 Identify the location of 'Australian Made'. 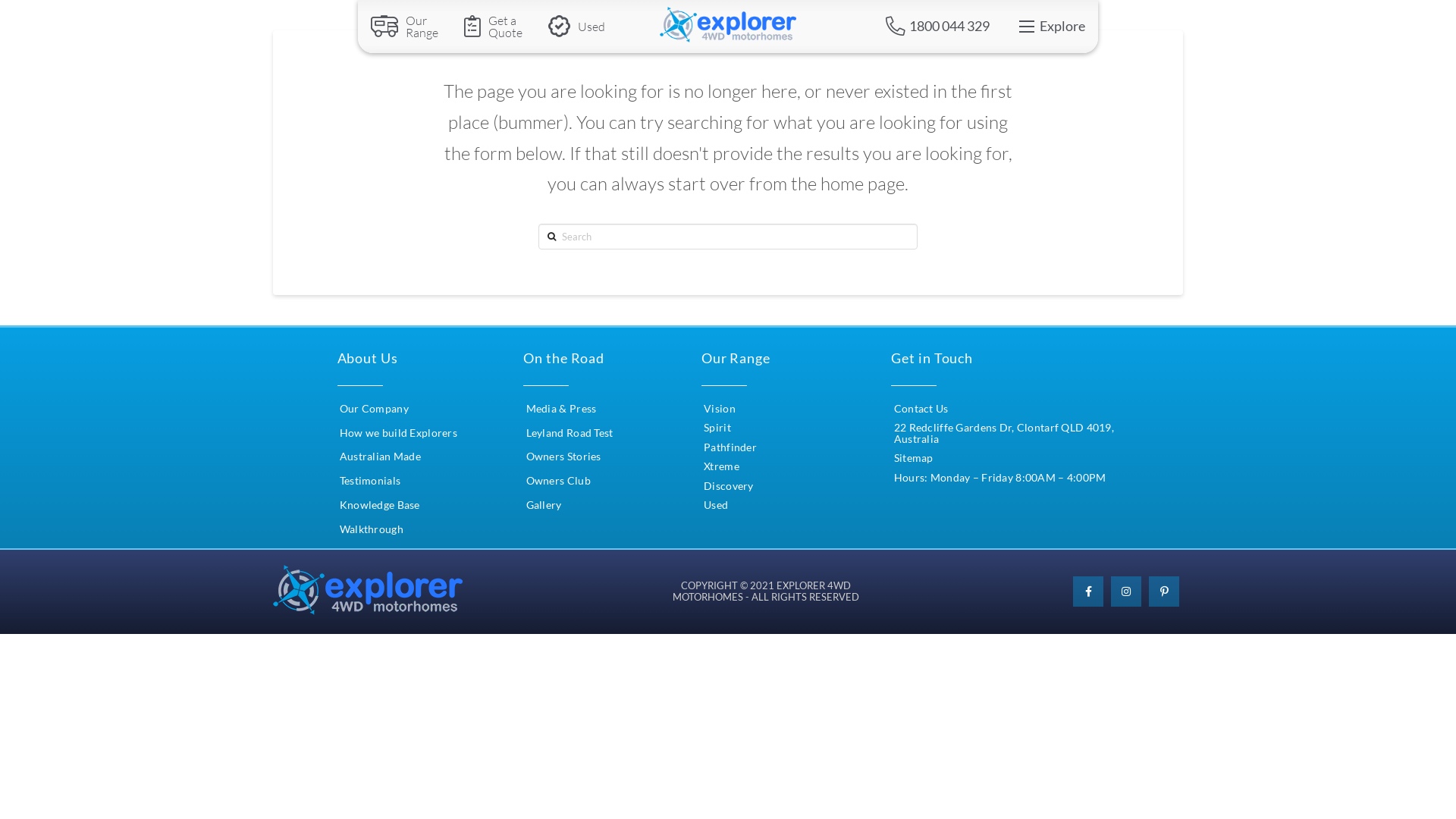
(379, 456).